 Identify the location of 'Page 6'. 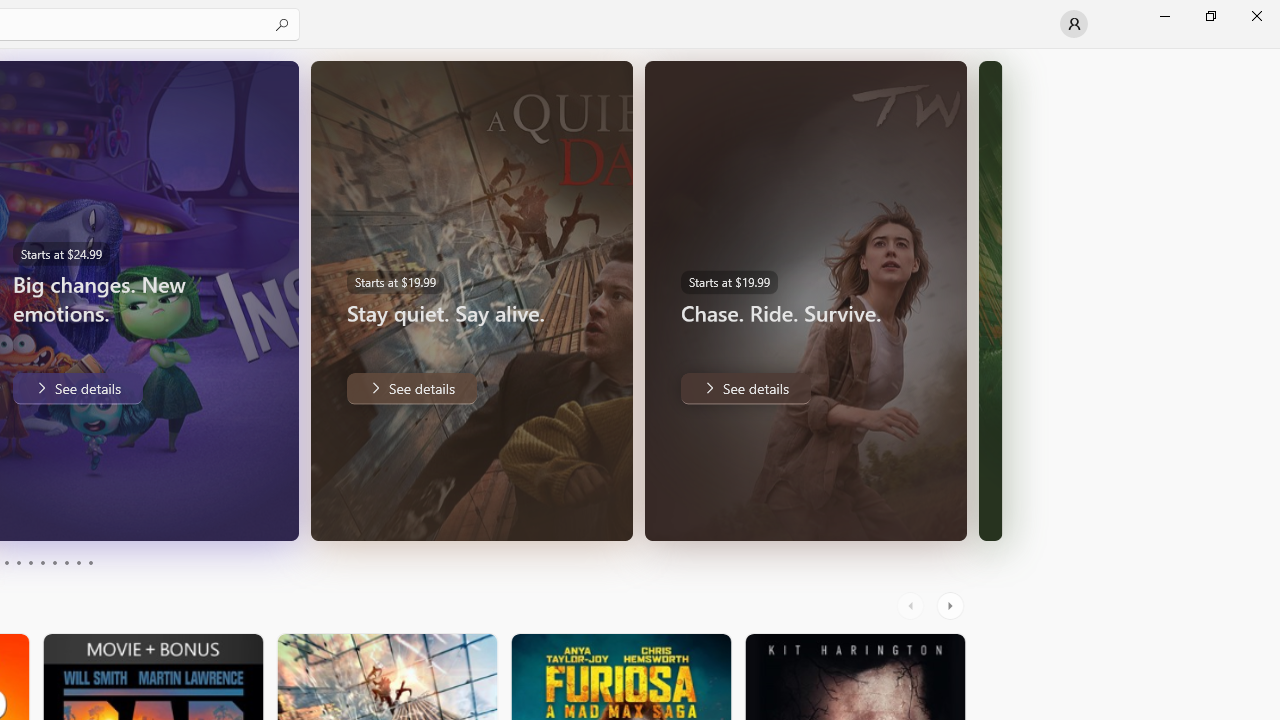
(42, 563).